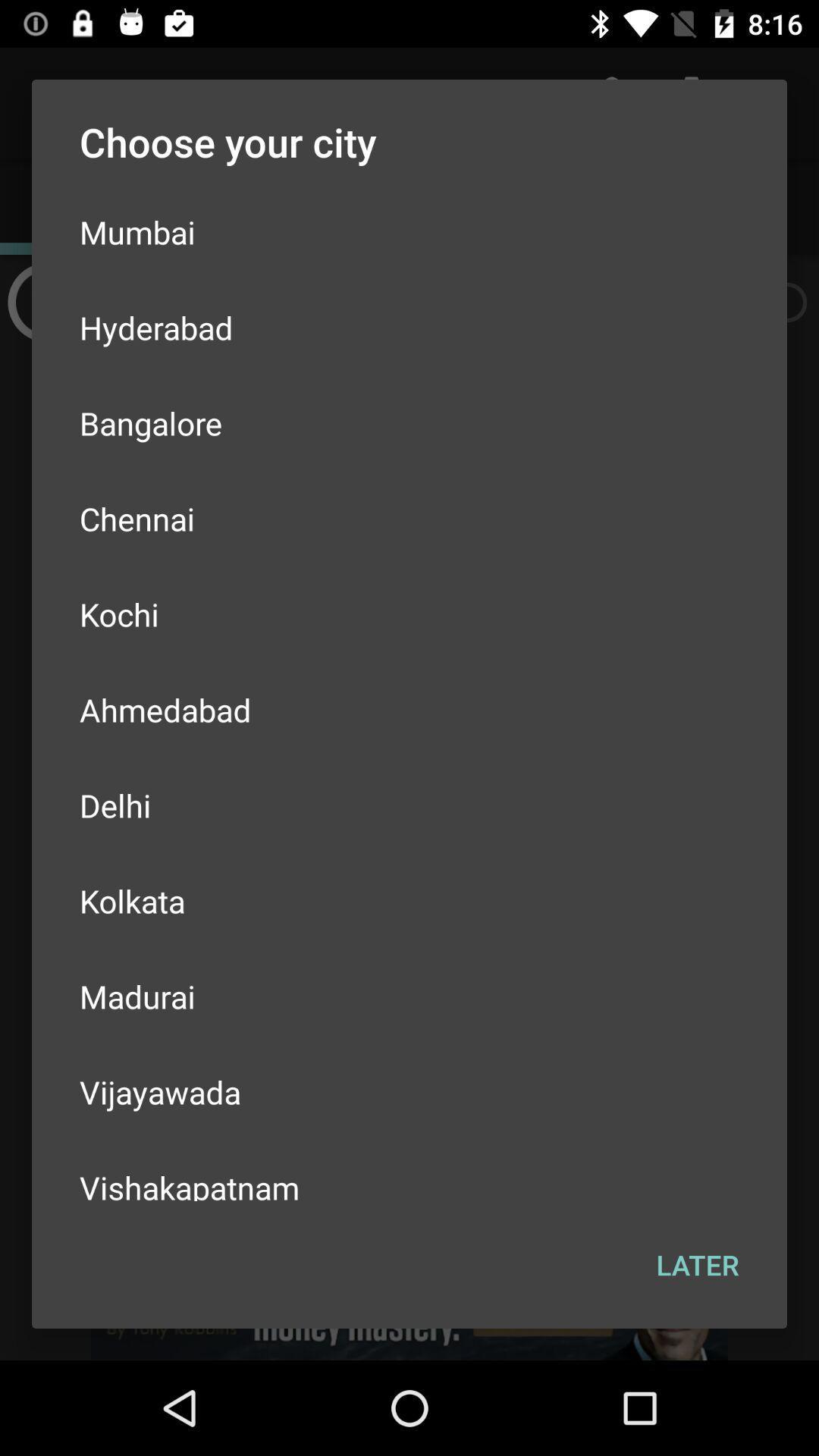 The width and height of the screenshot is (819, 1456). What do you see at coordinates (409, 422) in the screenshot?
I see `icon below hyderabad` at bounding box center [409, 422].